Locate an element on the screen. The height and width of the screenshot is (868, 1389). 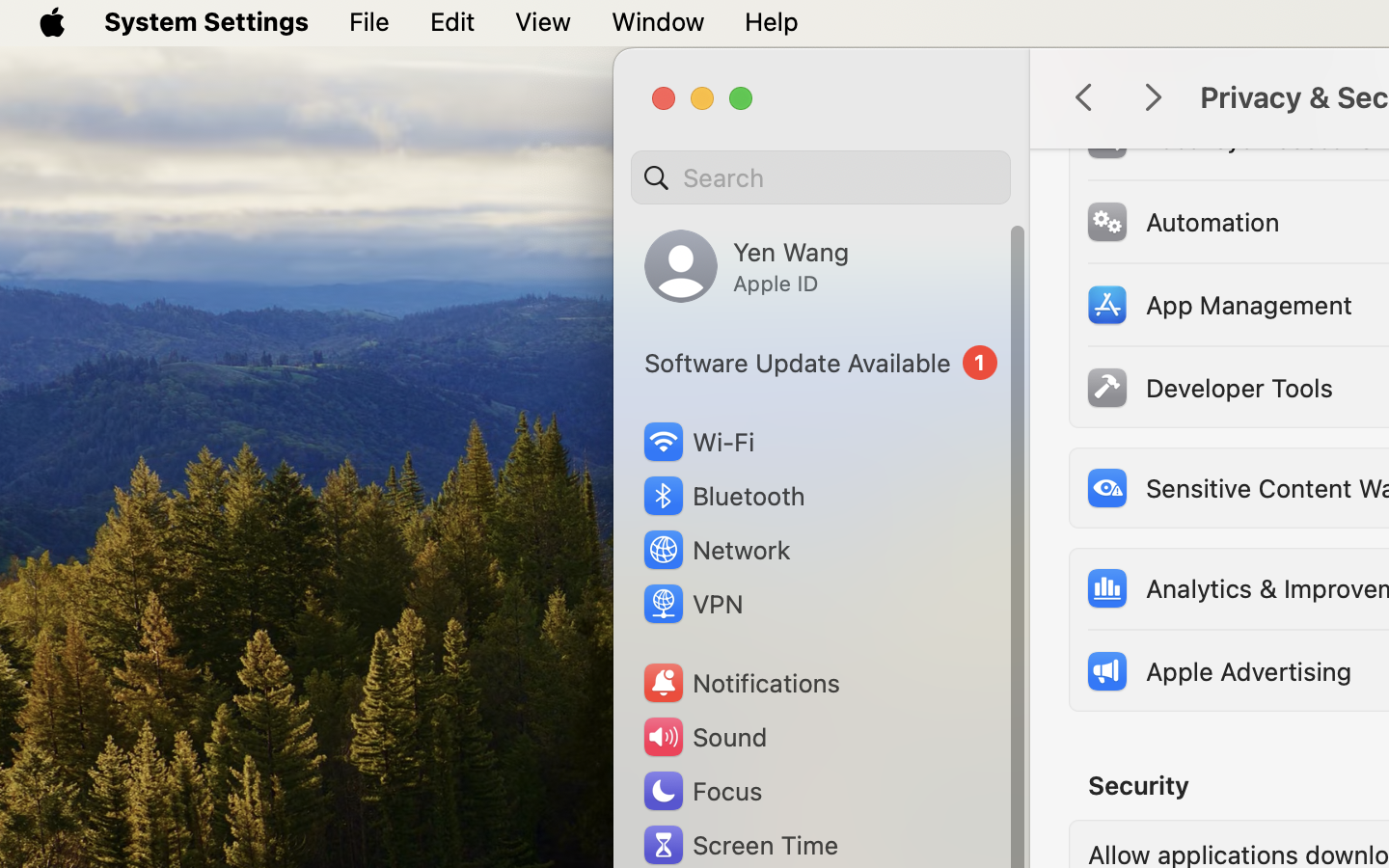
'Notifications' is located at coordinates (739, 682).